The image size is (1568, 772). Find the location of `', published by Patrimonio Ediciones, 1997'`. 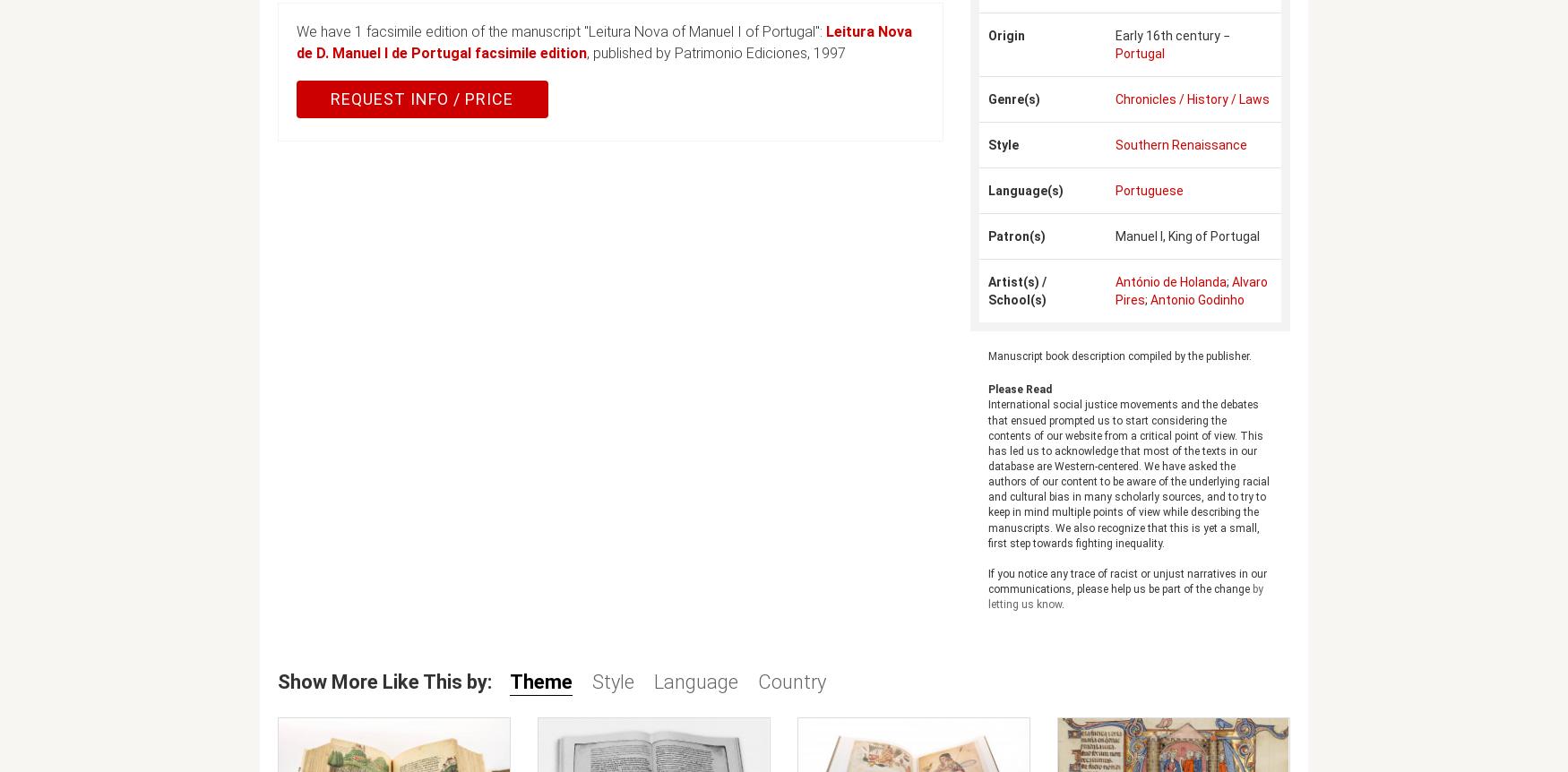

', published by Patrimonio Ediciones, 1997' is located at coordinates (715, 53).